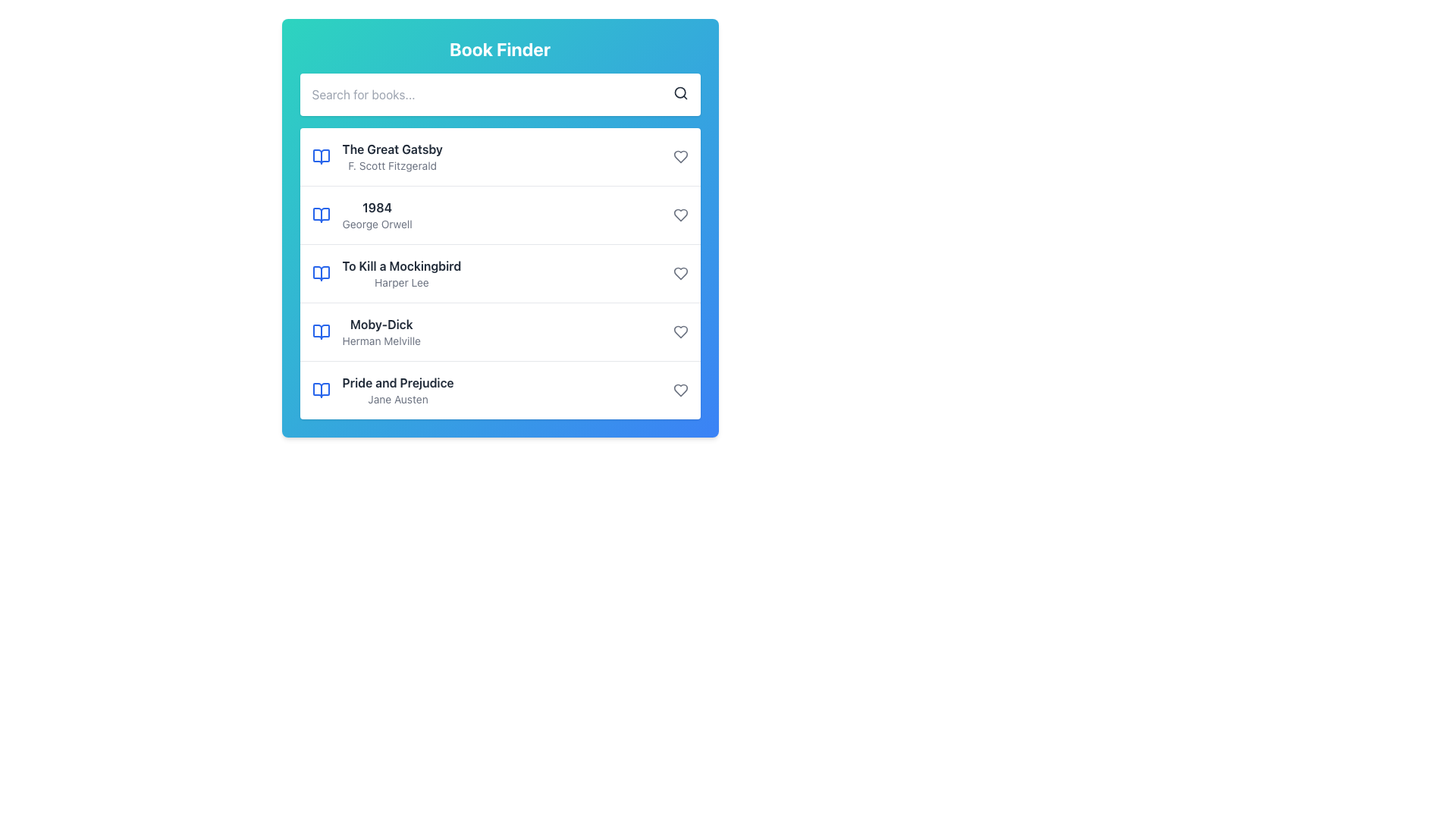  Describe the element at coordinates (679, 331) in the screenshot. I see `the heart-shaped button icon associated with 'Moby-Dick' by 'Herman Melville'` at that location.